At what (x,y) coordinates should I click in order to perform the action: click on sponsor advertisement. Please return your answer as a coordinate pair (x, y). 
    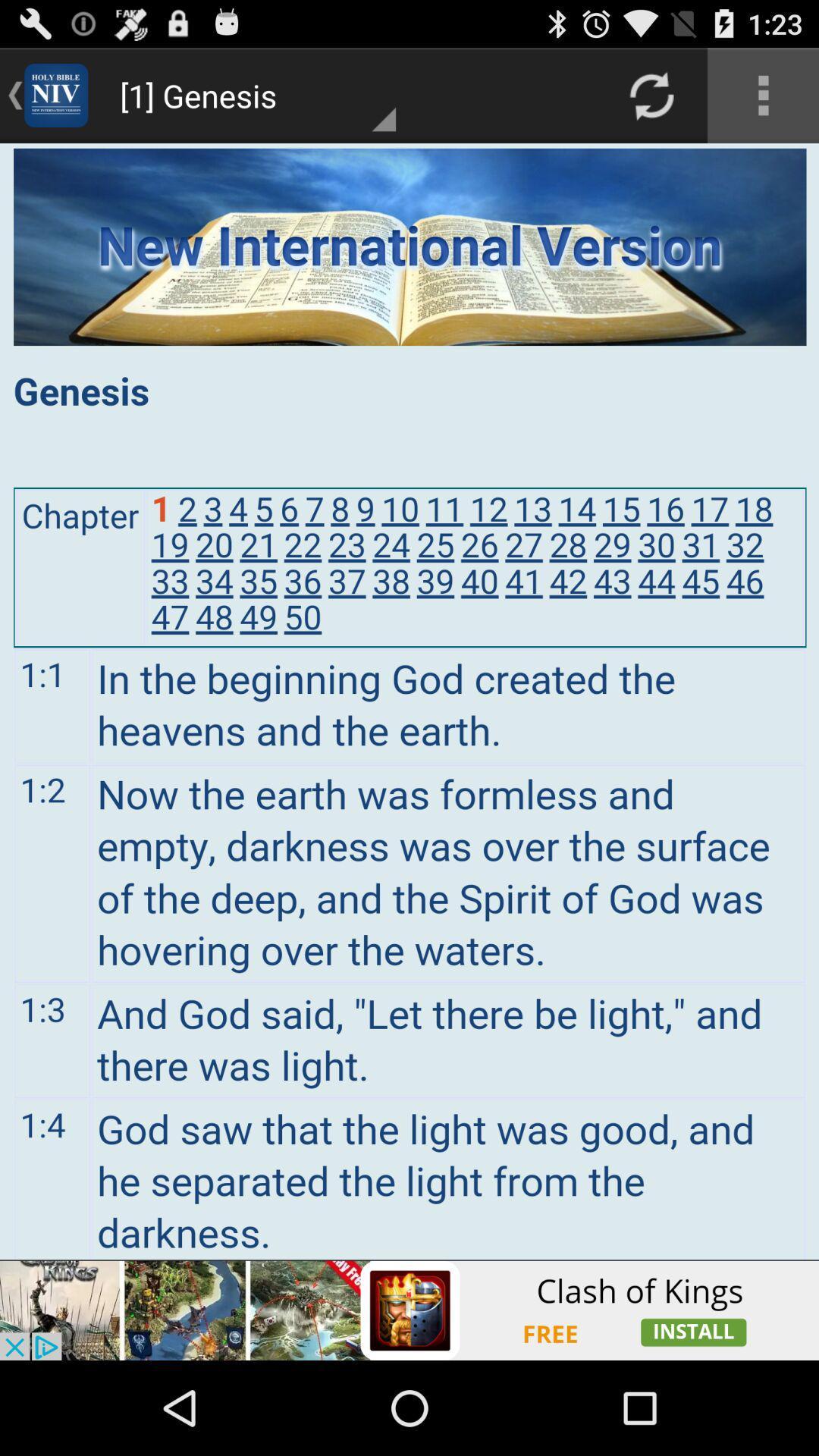
    Looking at the image, I should click on (409, 1310).